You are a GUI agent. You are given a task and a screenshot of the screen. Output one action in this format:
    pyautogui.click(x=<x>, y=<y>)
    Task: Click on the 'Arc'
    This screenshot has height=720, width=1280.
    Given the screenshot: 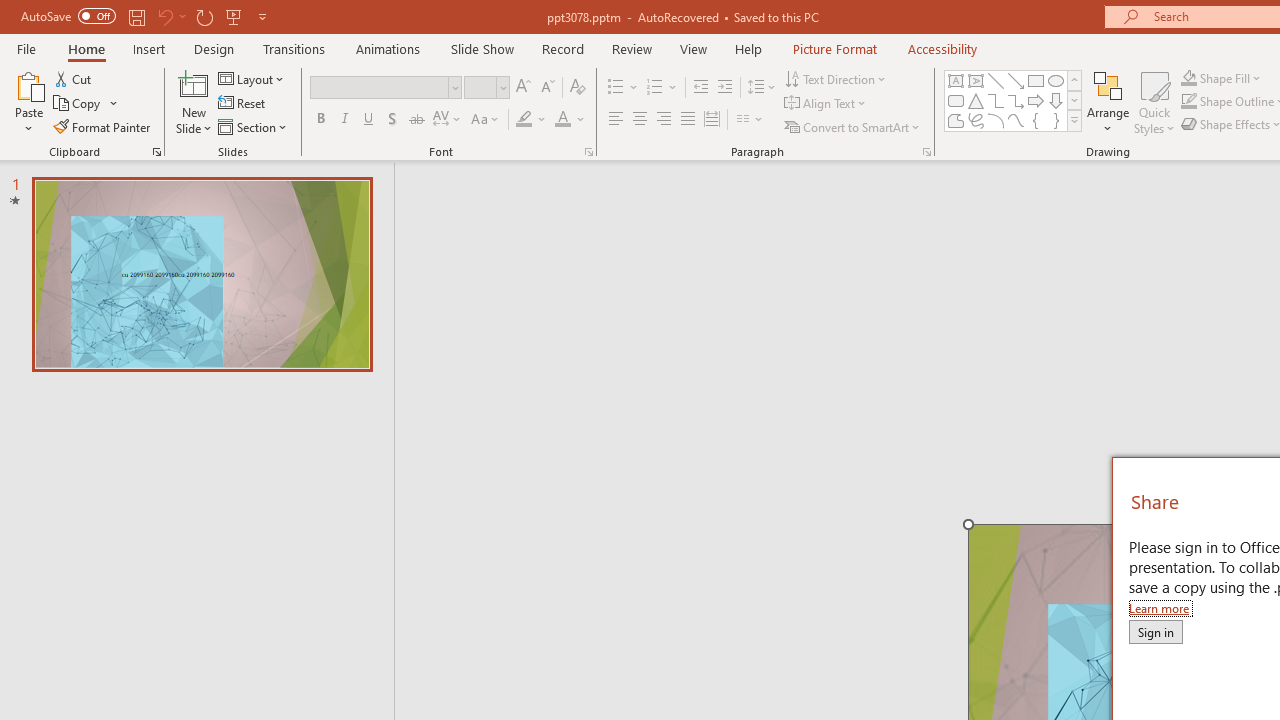 What is the action you would take?
    pyautogui.click(x=995, y=120)
    